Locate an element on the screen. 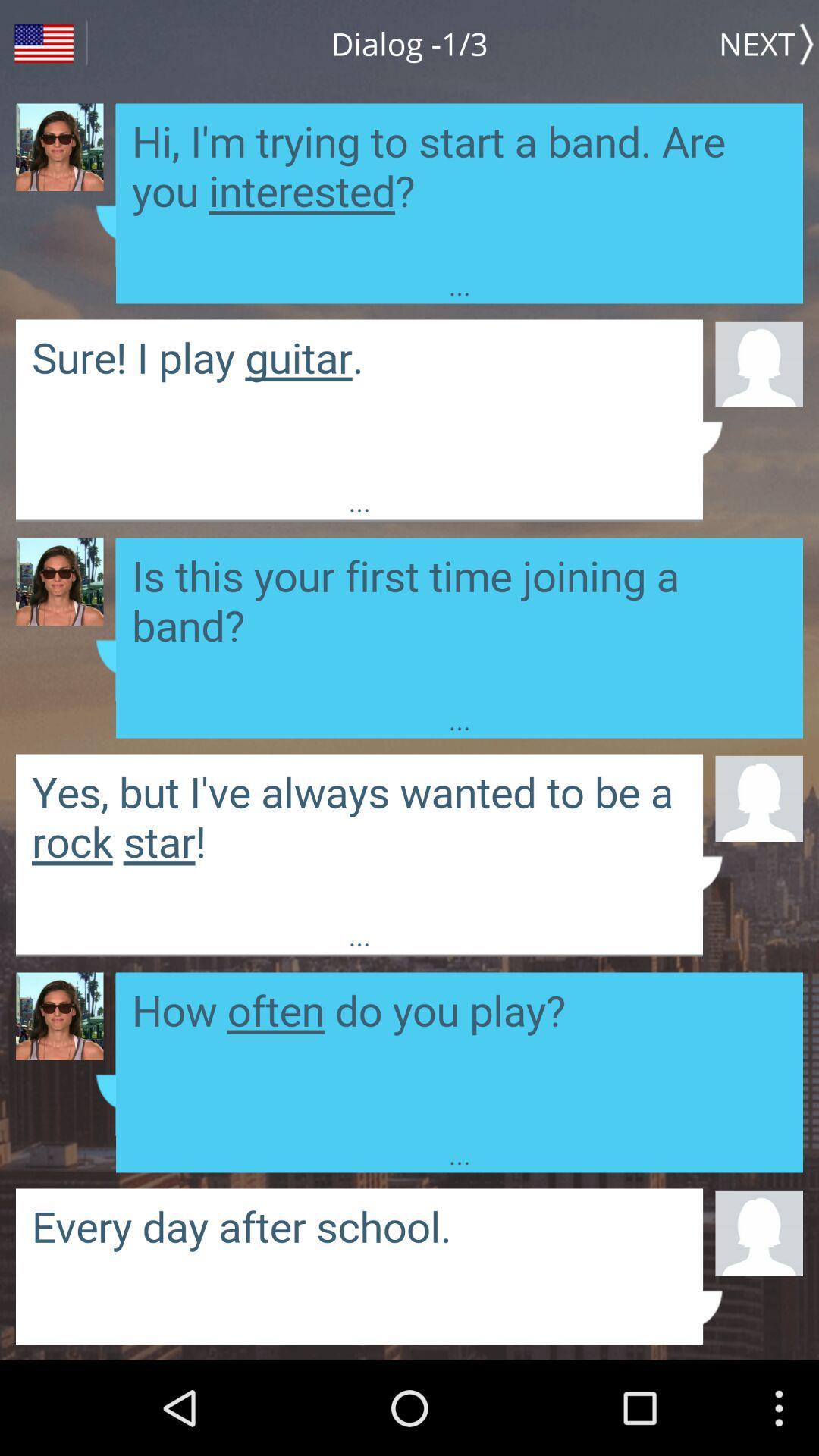 This screenshot has height=1456, width=819. message area is located at coordinates (359, 835).